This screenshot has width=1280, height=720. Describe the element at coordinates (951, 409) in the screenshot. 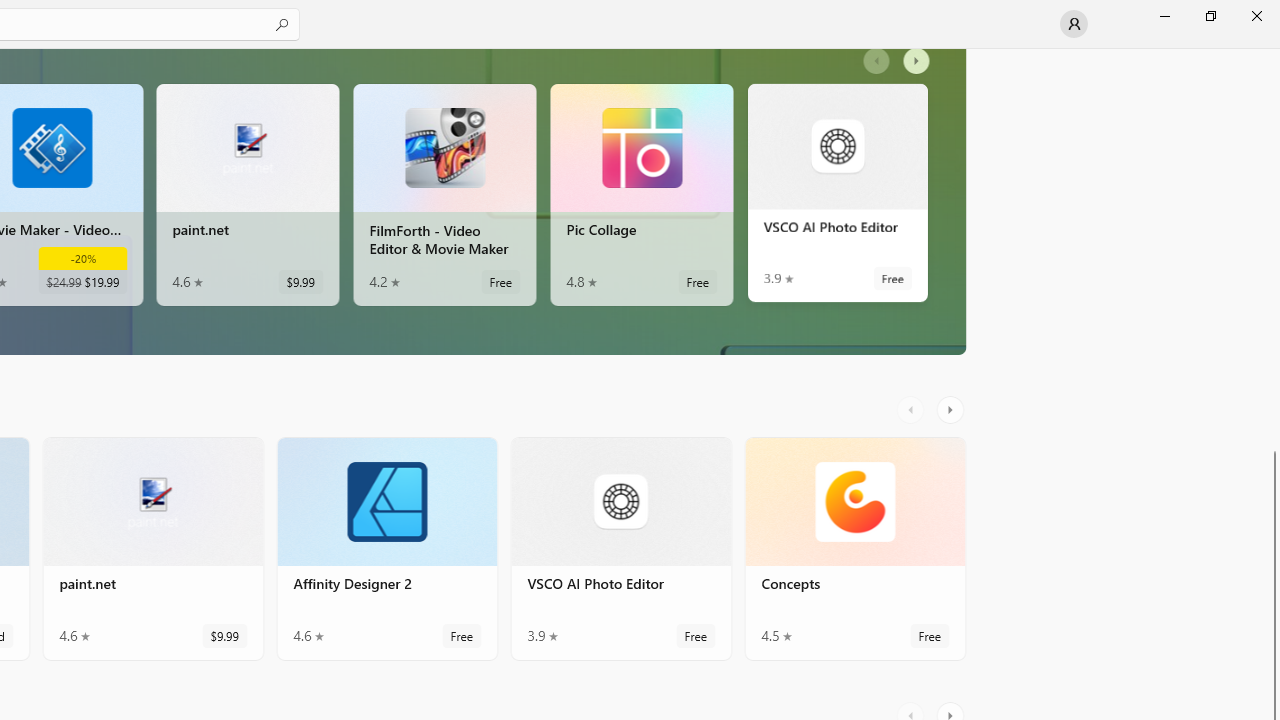

I see `'AutomationID: RightScrollButton'` at that location.